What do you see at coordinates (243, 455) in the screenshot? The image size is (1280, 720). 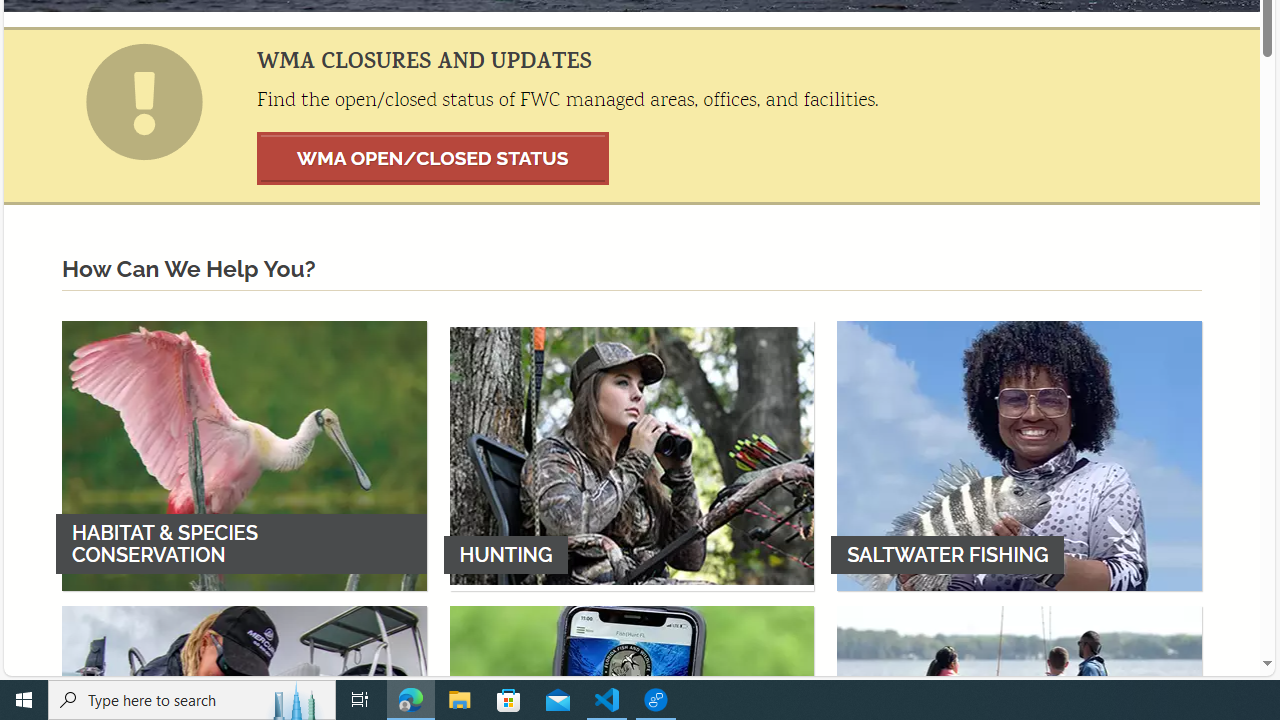 I see `'HABITAT & SPECIES CONSERVATION'` at bounding box center [243, 455].